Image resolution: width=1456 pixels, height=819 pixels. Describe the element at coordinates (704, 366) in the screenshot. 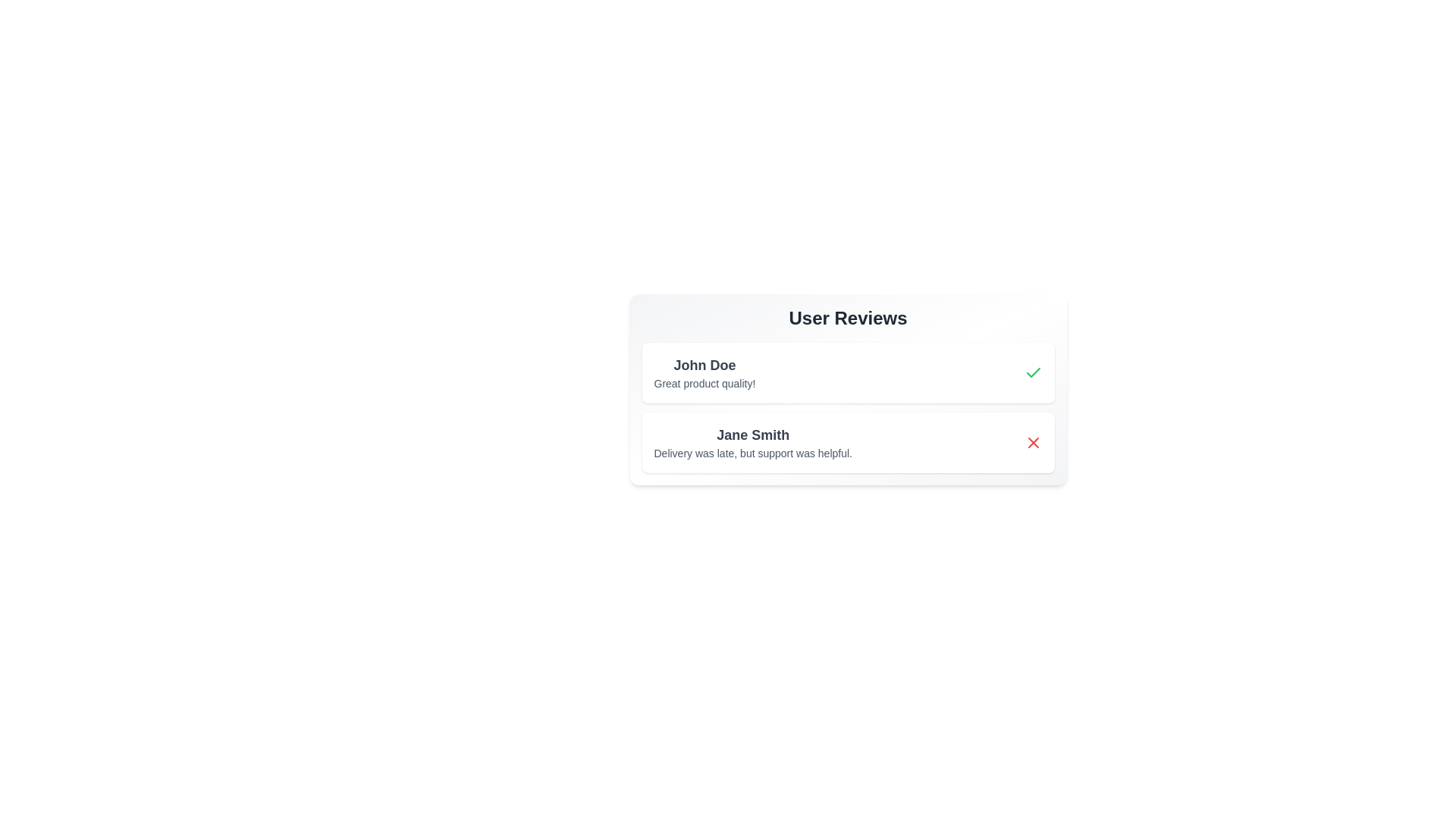

I see `the text label that serves as the user identifier for the review, located at the top-left section of the review card` at that location.